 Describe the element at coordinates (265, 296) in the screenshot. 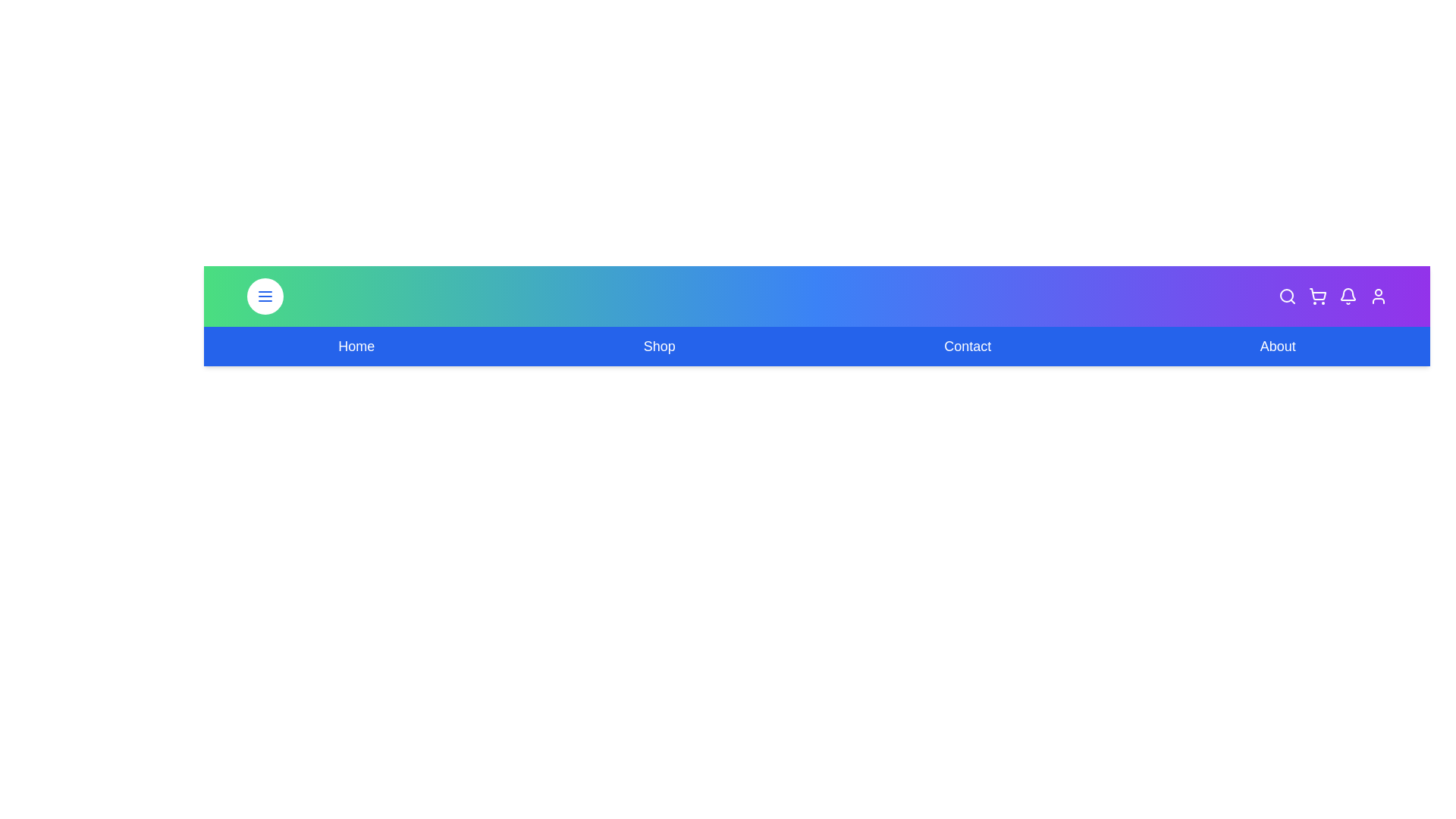

I see `the menu toggle button to toggle the menu visibility` at that location.